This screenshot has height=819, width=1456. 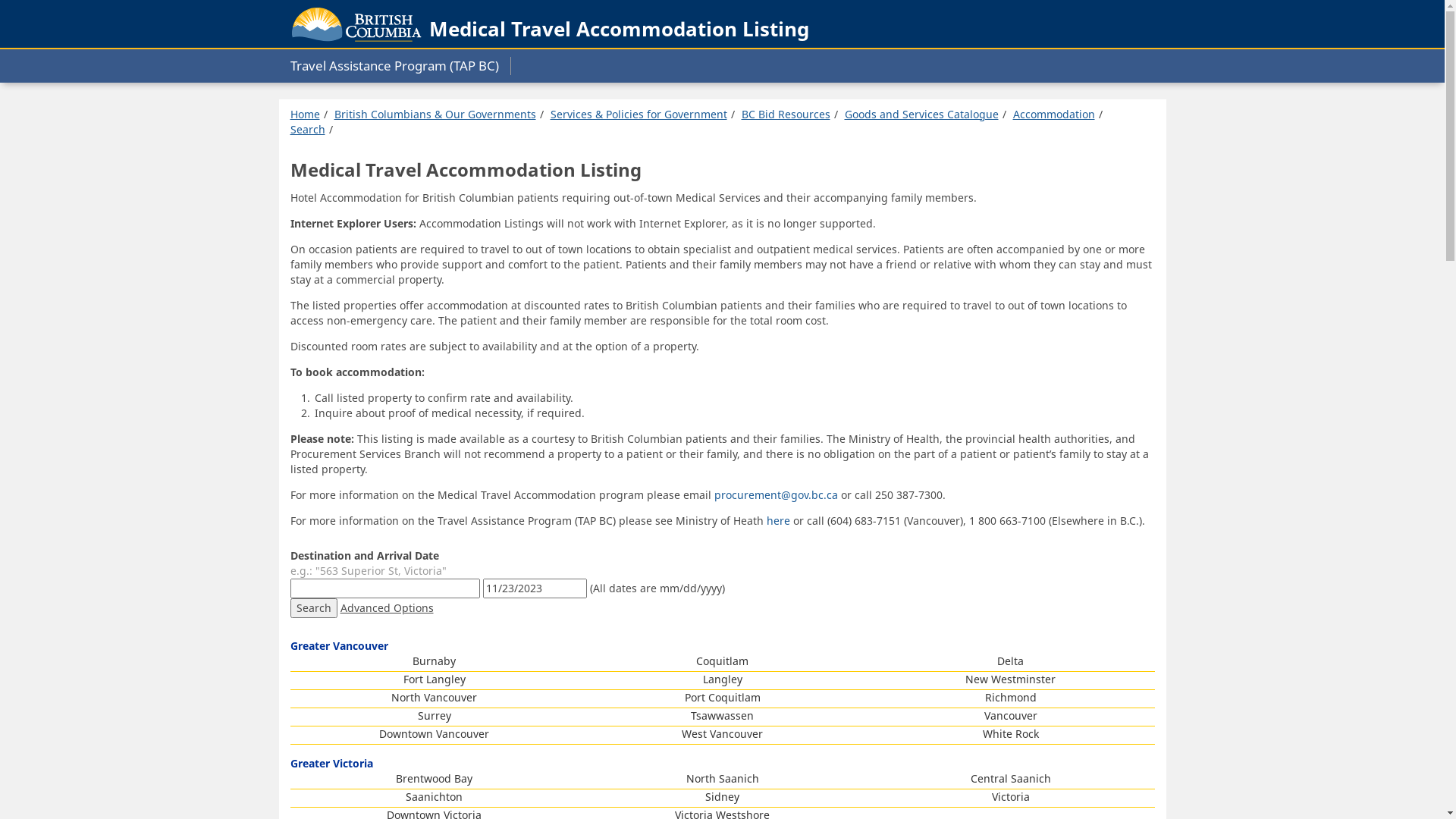 I want to click on 'Tsawwassen', so click(x=721, y=715).